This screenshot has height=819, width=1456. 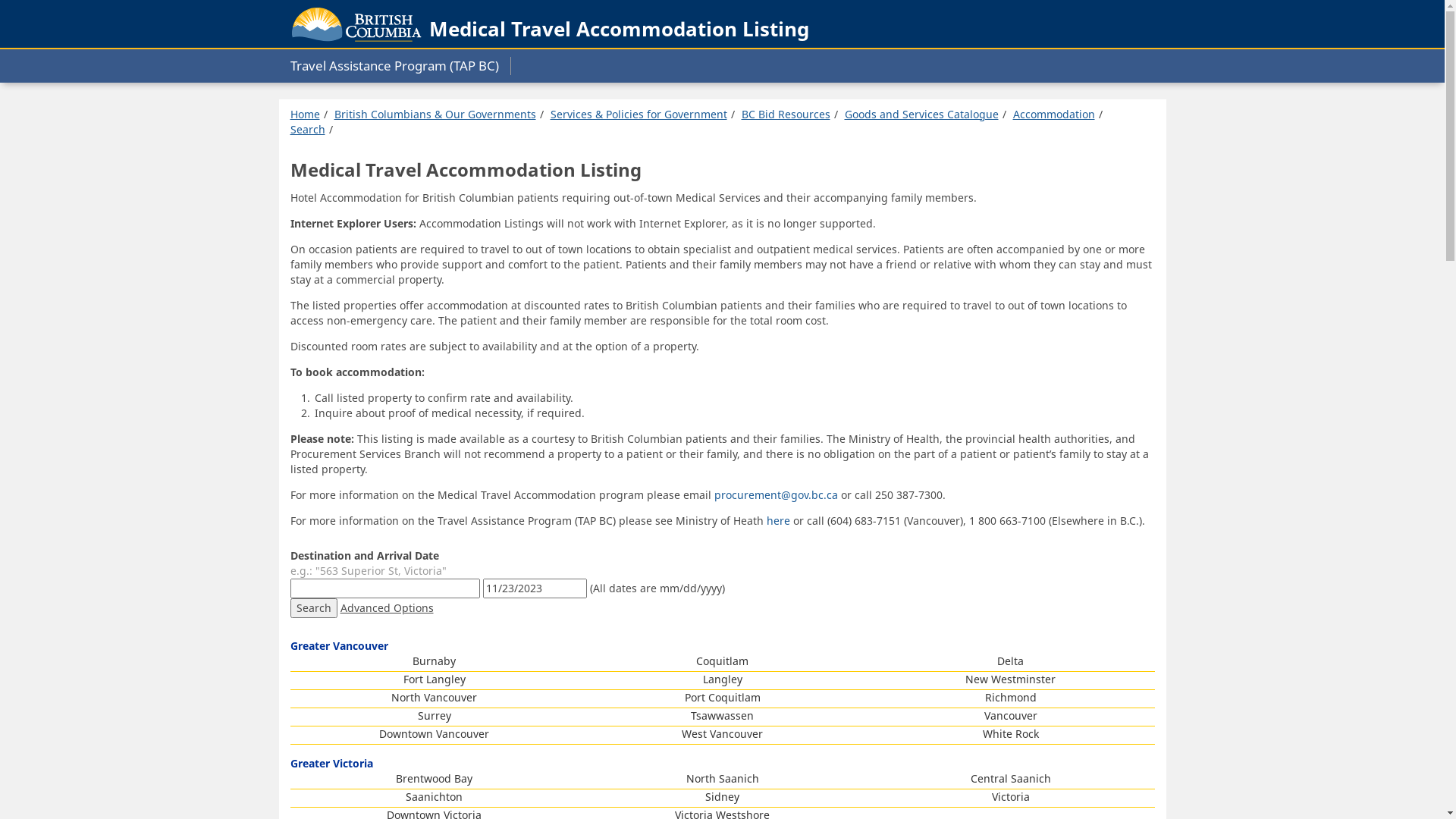 I want to click on 'Tsawwassen', so click(x=721, y=715).